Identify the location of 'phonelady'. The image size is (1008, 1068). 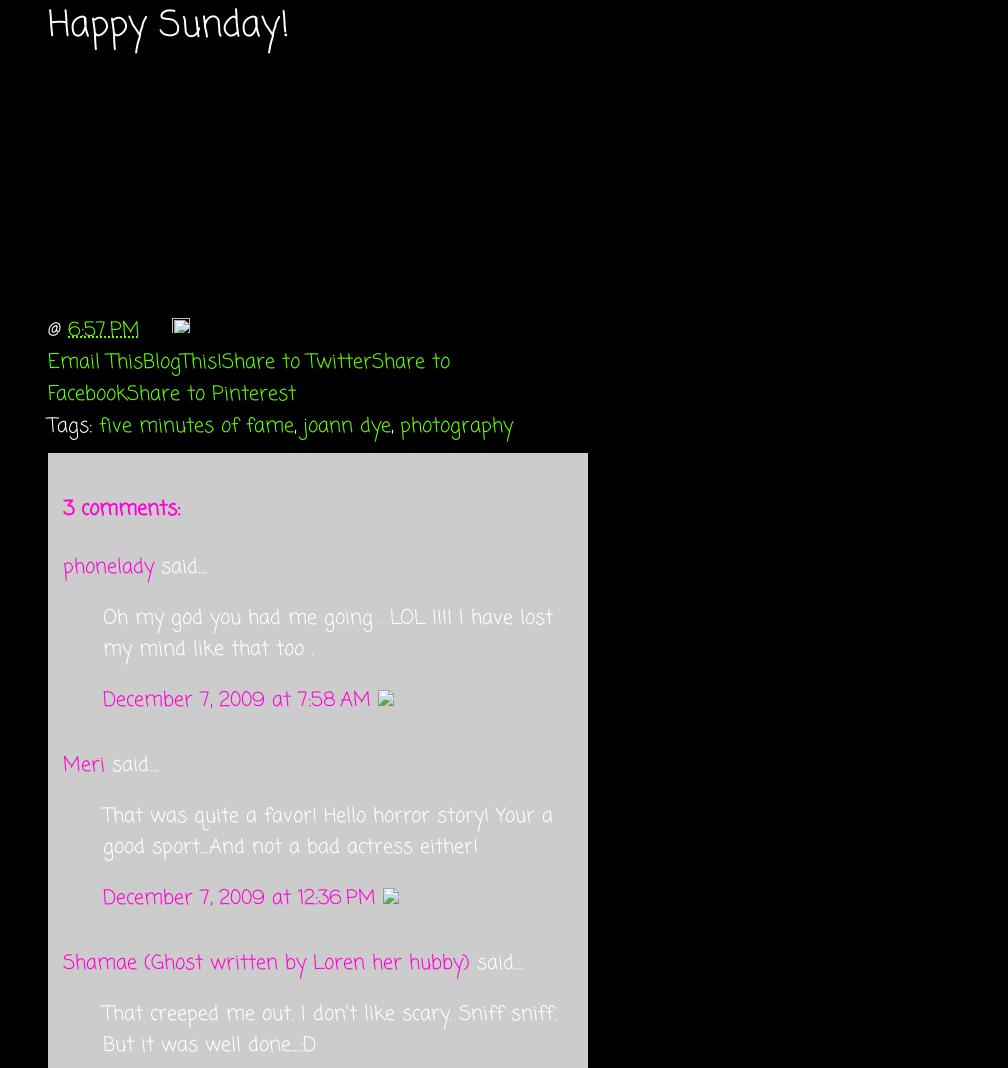
(108, 565).